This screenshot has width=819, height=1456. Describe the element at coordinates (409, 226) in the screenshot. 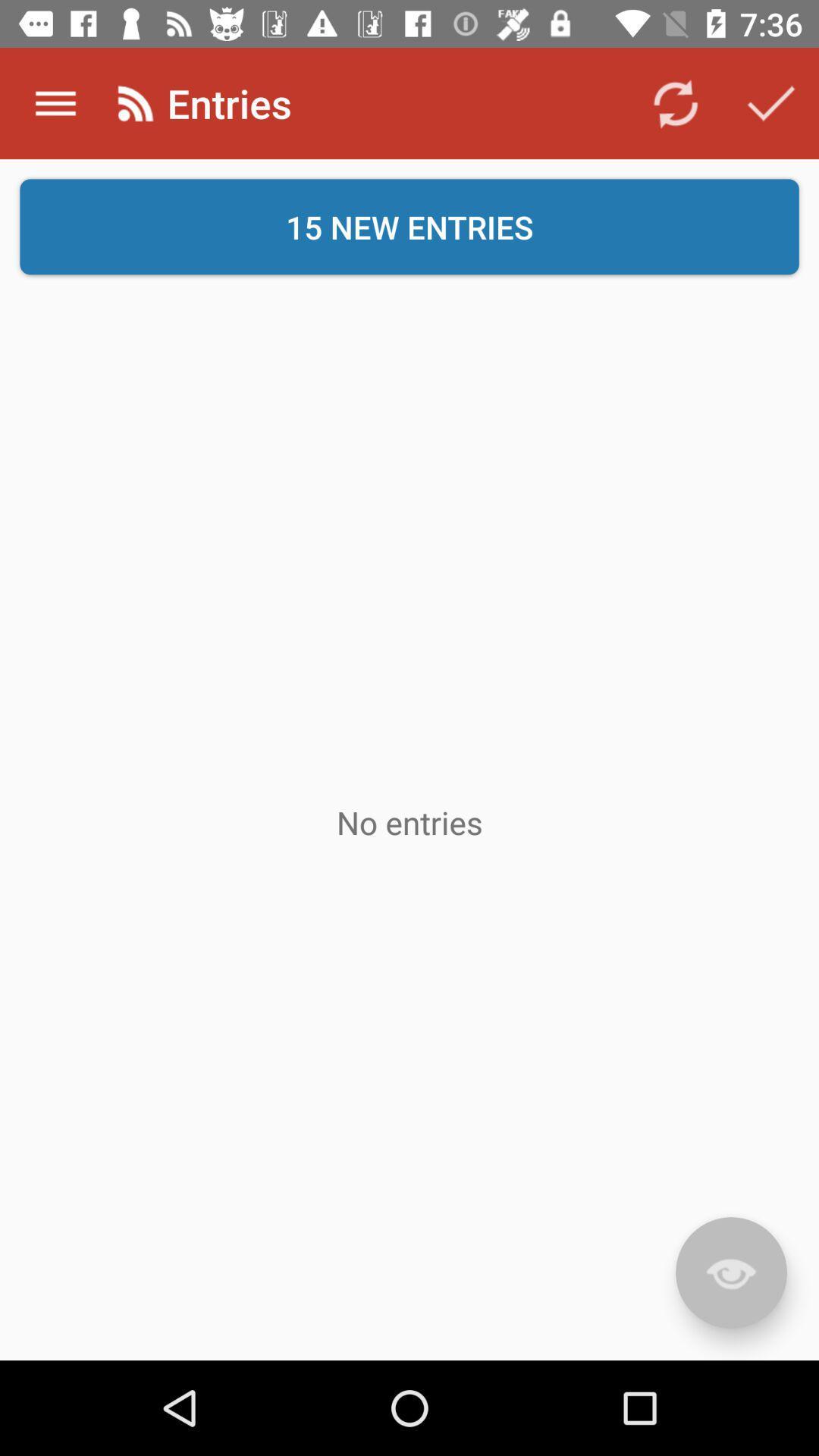

I see `the 15 new entries button` at that location.